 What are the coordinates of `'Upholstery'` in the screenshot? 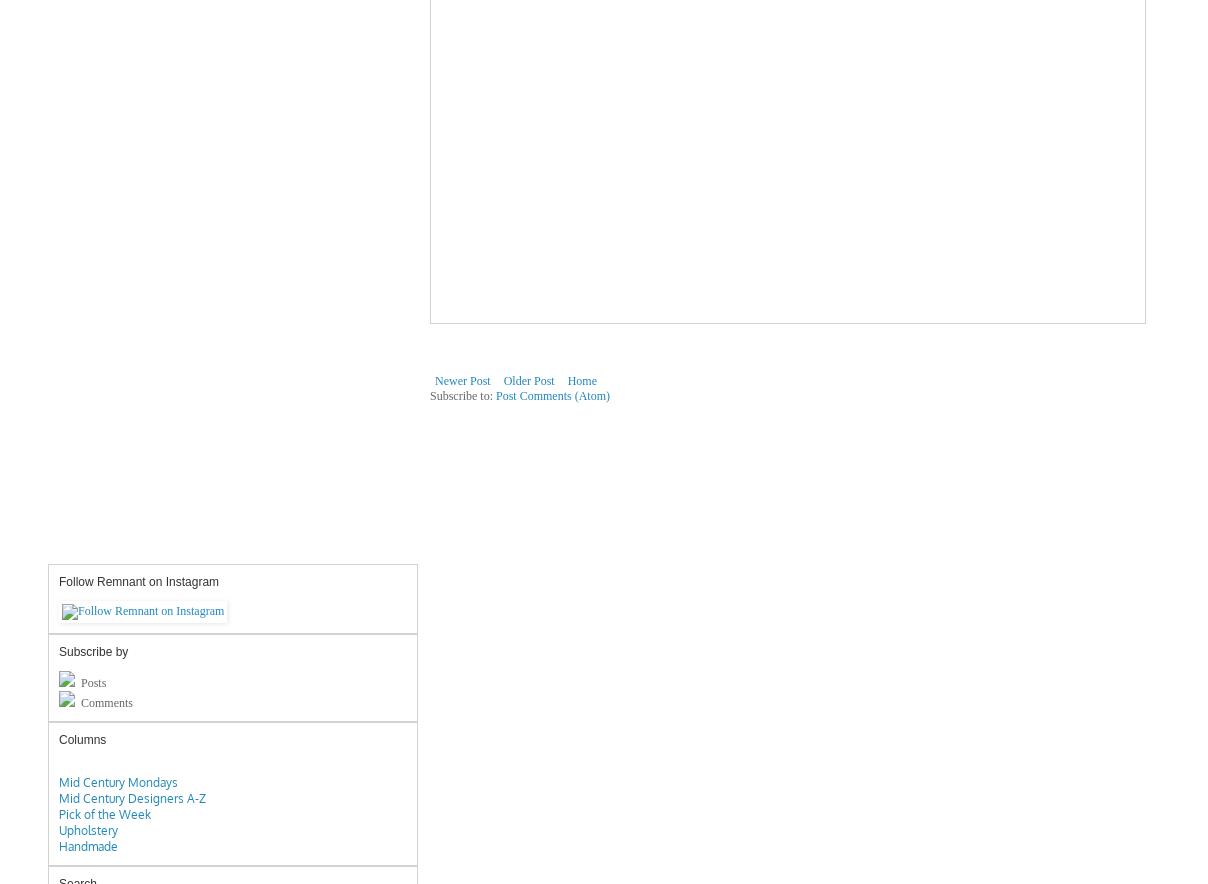 It's located at (87, 829).